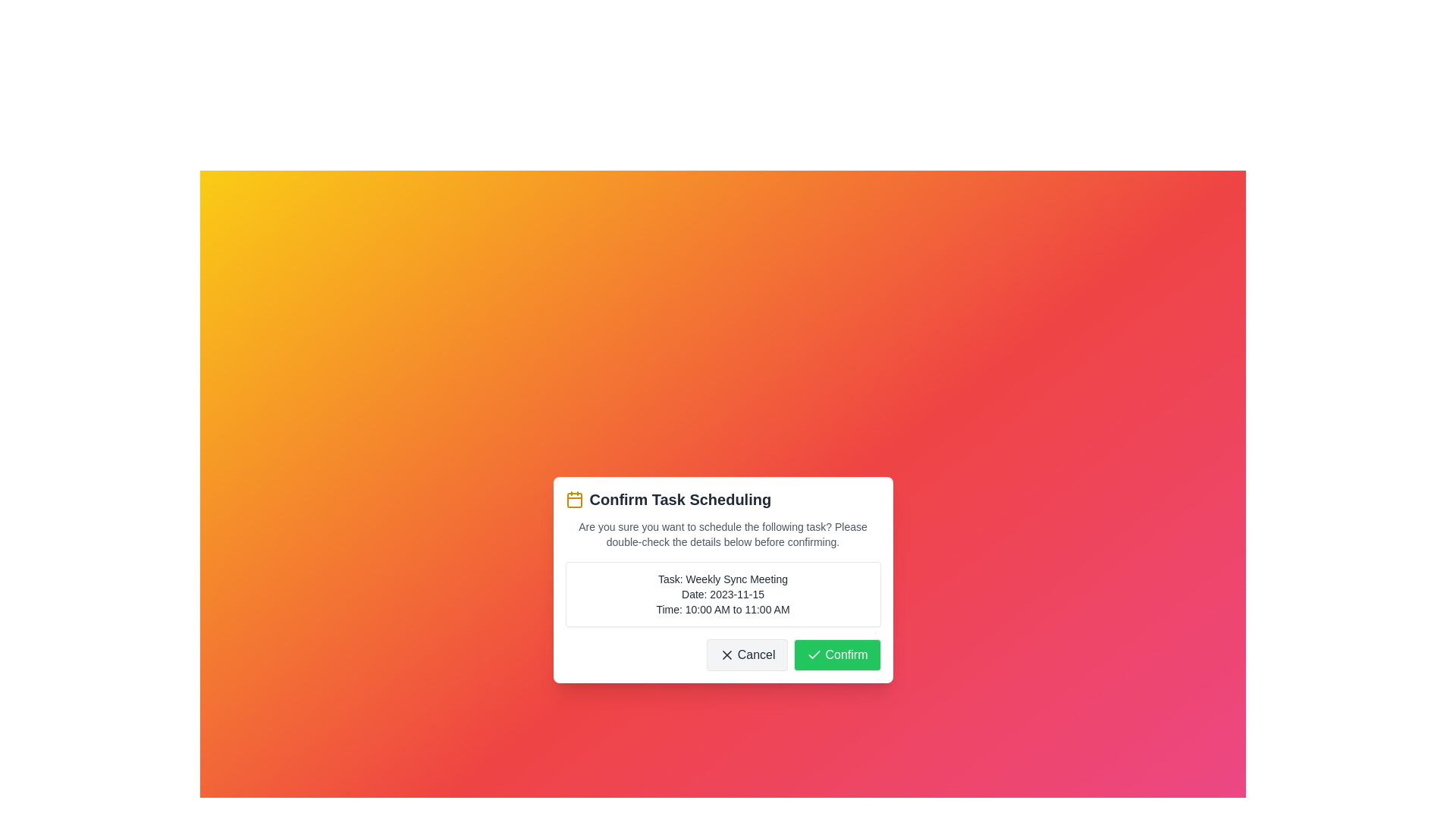  What do you see at coordinates (722, 593) in the screenshot?
I see `the non-interactive text label that displays the date of the scheduled task, located beneath the task title text and above the time range text` at bounding box center [722, 593].